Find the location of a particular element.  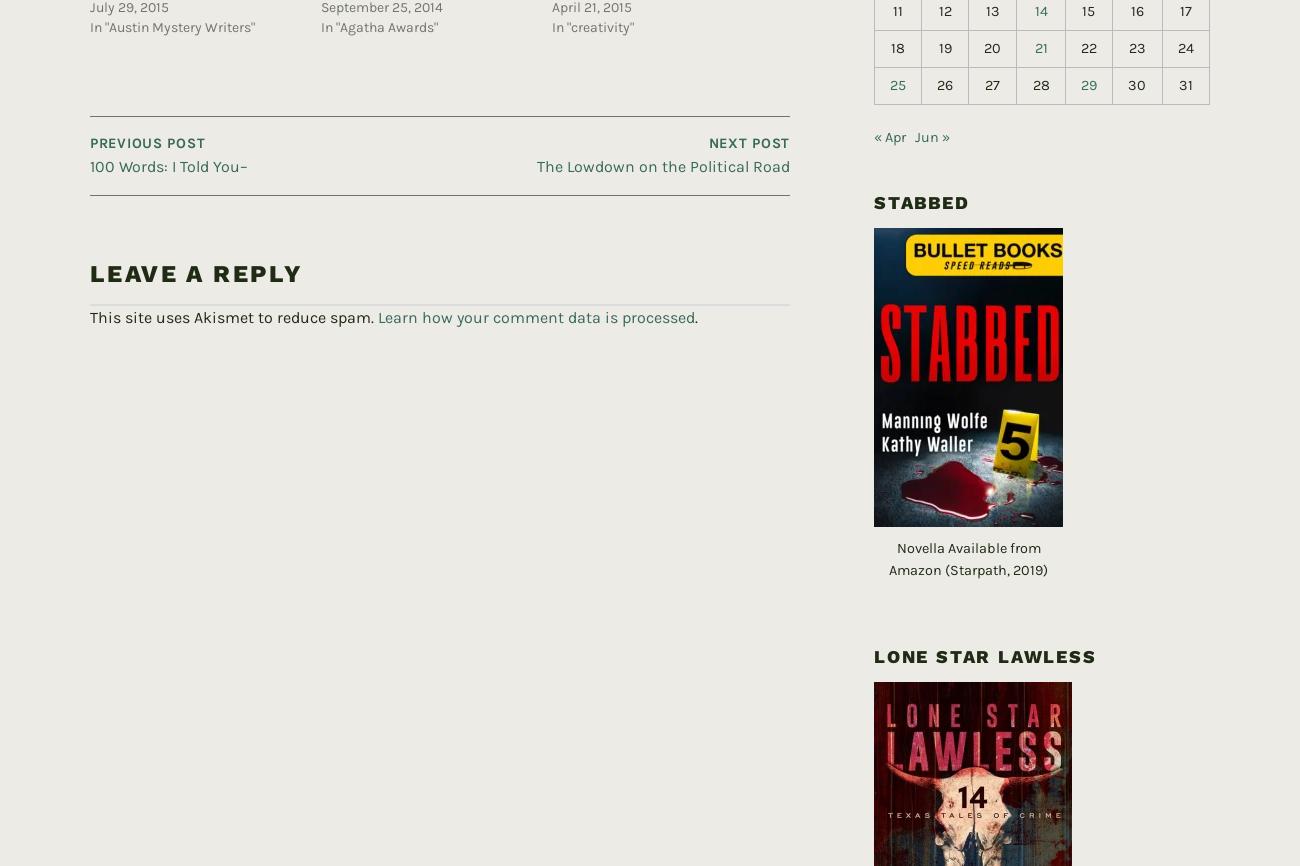

'Leave a Reply' is located at coordinates (89, 240).